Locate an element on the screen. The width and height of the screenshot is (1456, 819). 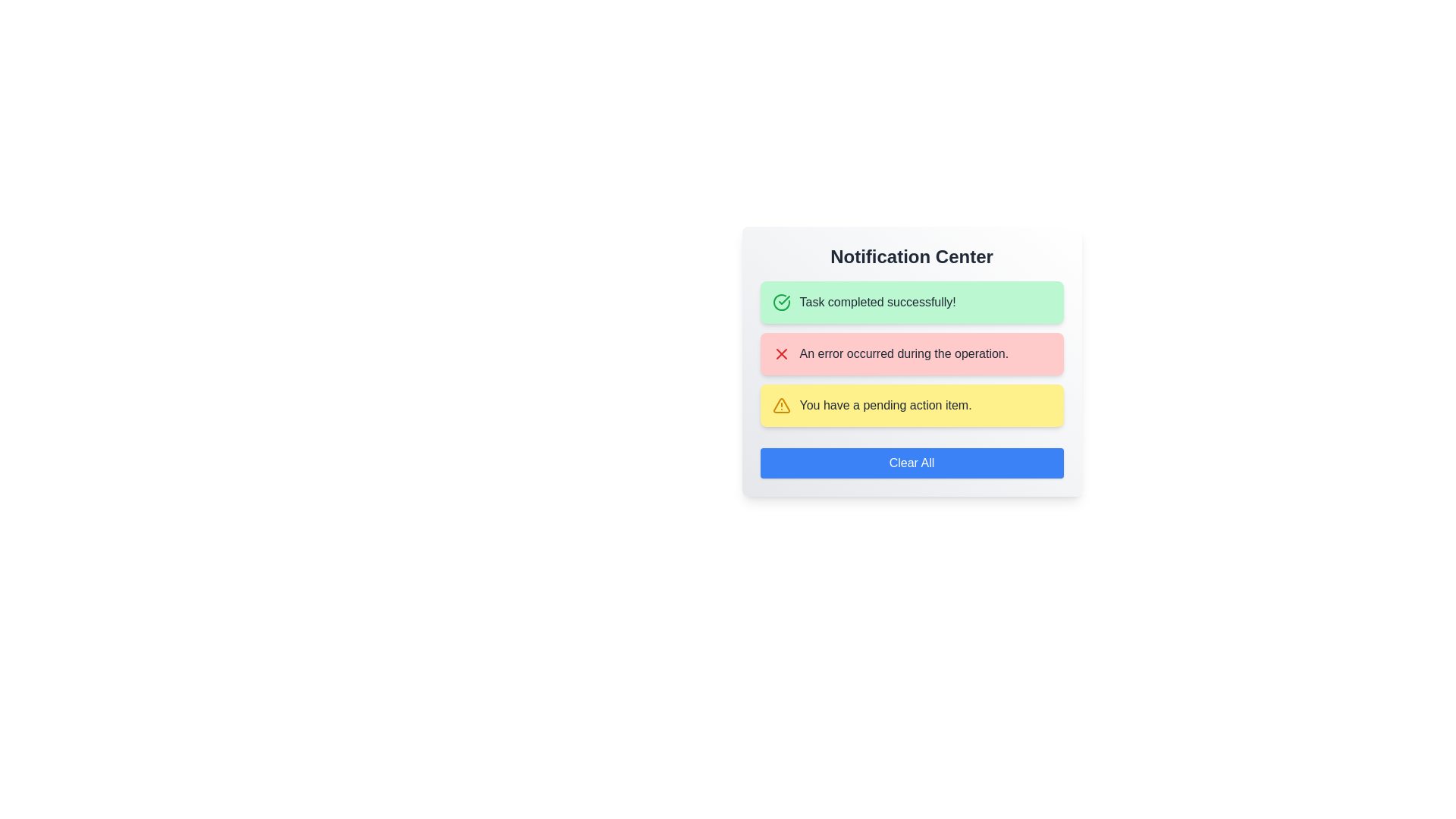
the error icon located at the left-most part of the red notification card that displays the message 'An error occurred during the operation.' is located at coordinates (781, 353).